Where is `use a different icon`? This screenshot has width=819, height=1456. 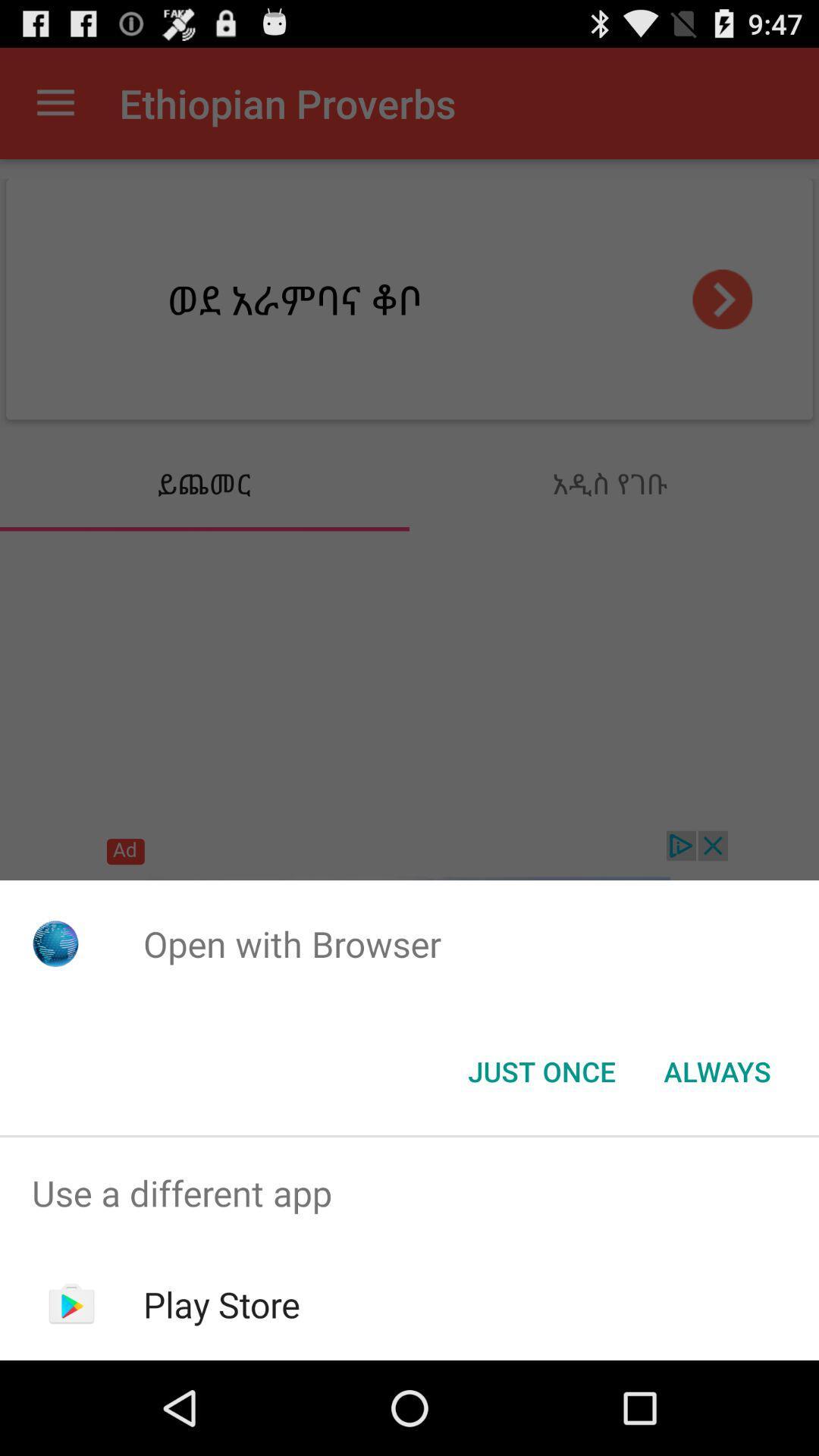 use a different icon is located at coordinates (409, 1192).